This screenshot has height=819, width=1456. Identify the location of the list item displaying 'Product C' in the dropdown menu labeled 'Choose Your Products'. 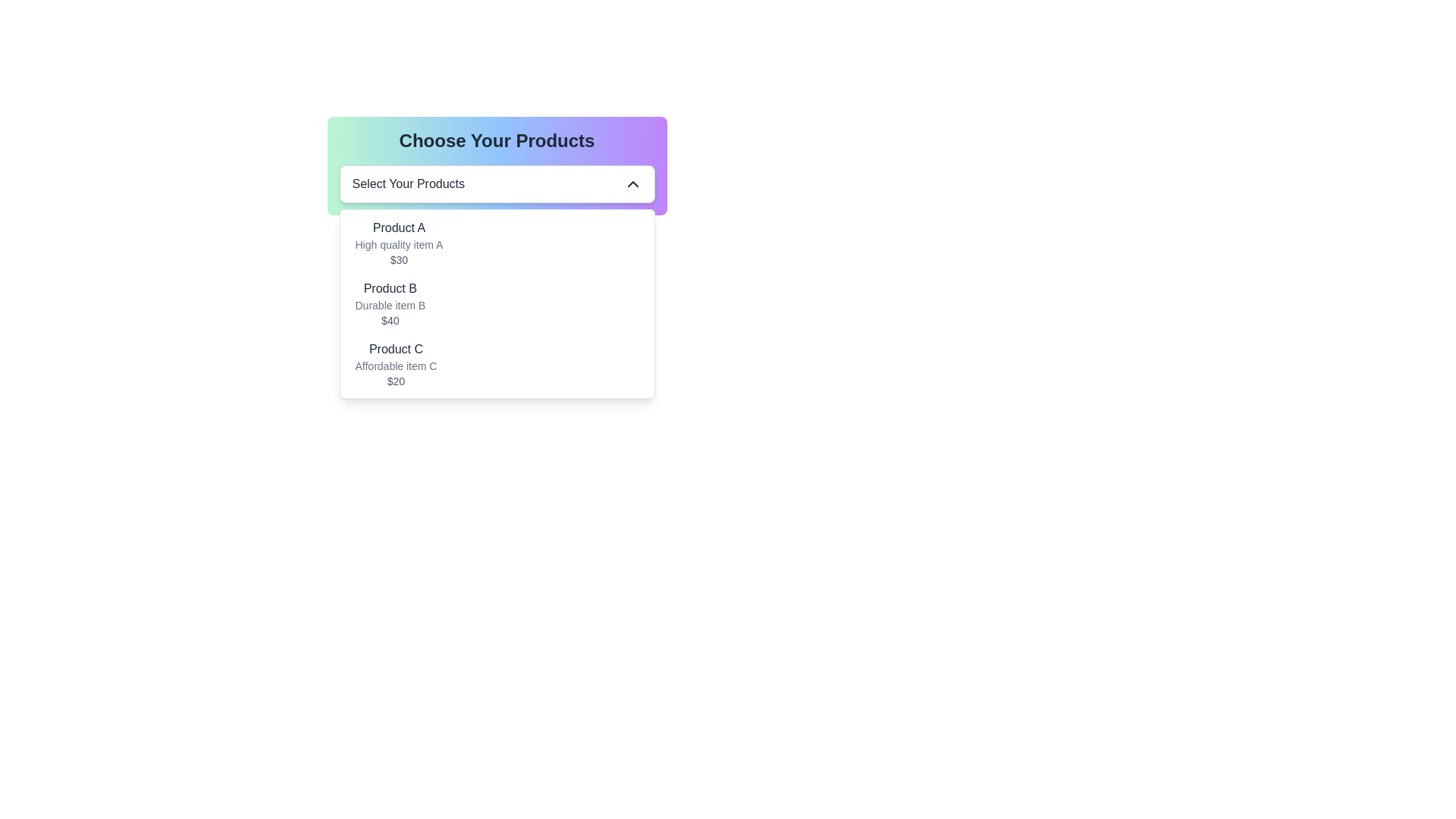
(396, 365).